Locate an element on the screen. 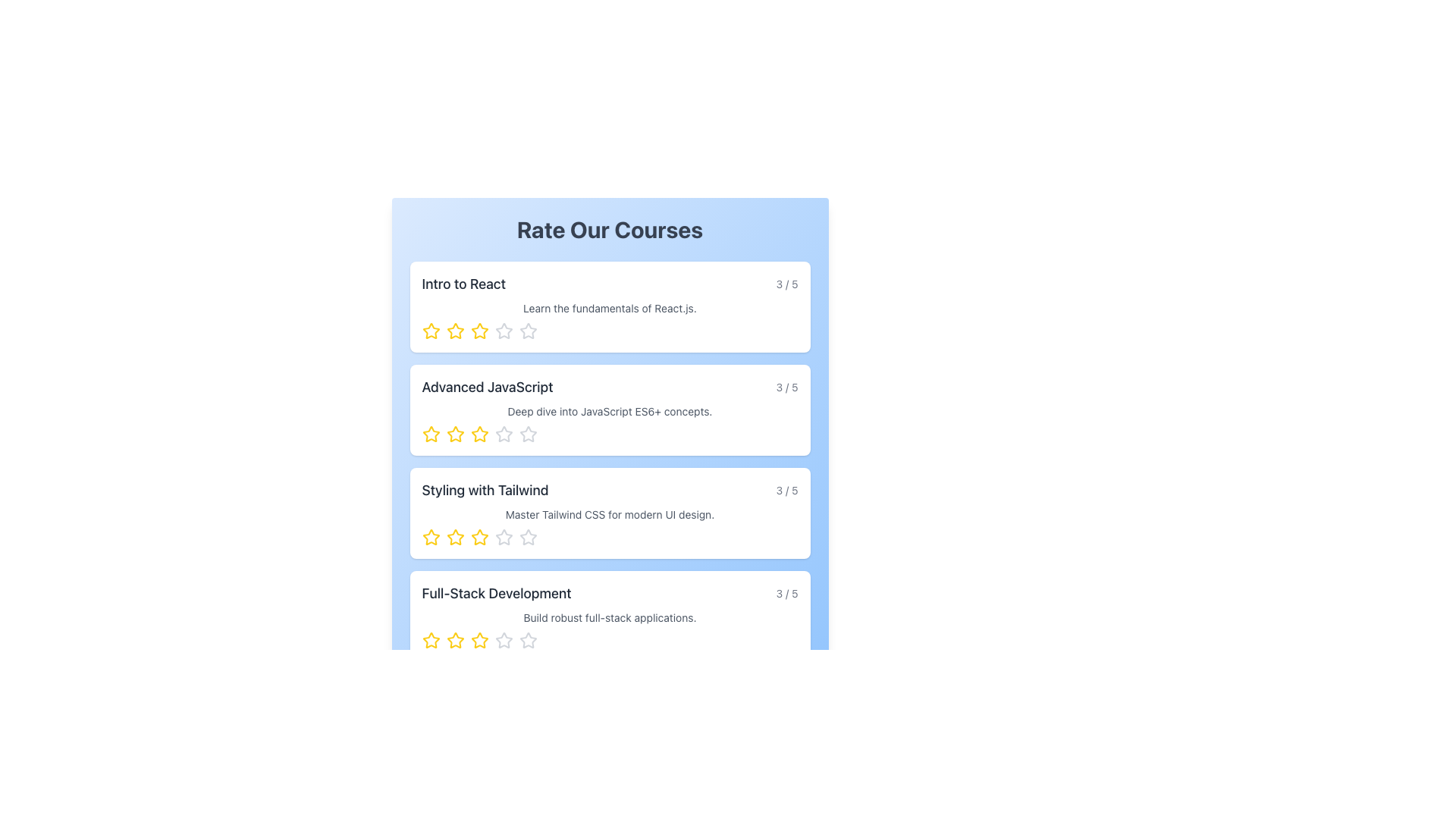  the first star-shaped rating icon for the 'Intro to React' course is located at coordinates (454, 330).